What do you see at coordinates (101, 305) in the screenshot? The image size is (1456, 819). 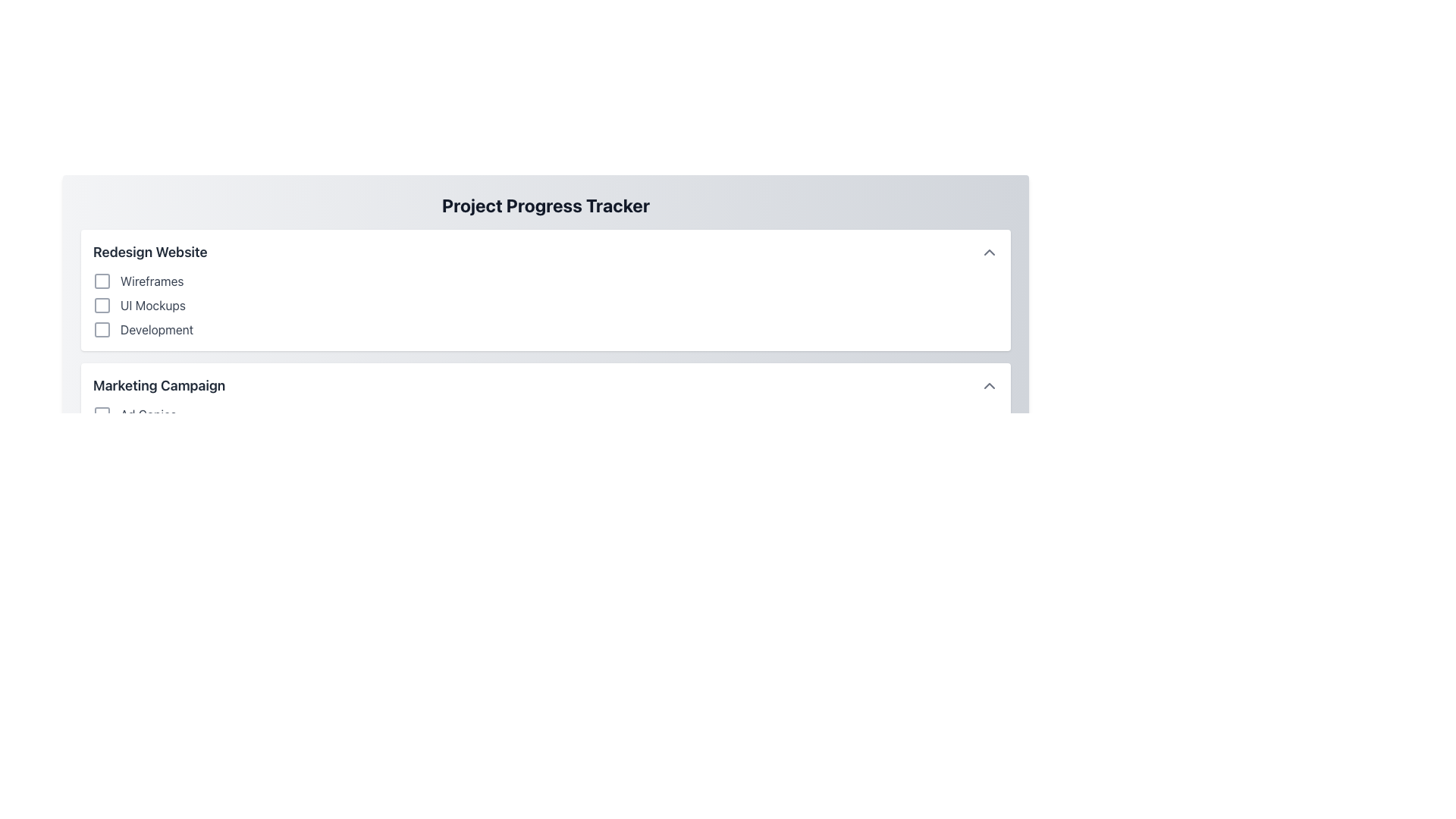 I see `the interactive checkbox control located to the left of the text 'UI Mockups'` at bounding box center [101, 305].